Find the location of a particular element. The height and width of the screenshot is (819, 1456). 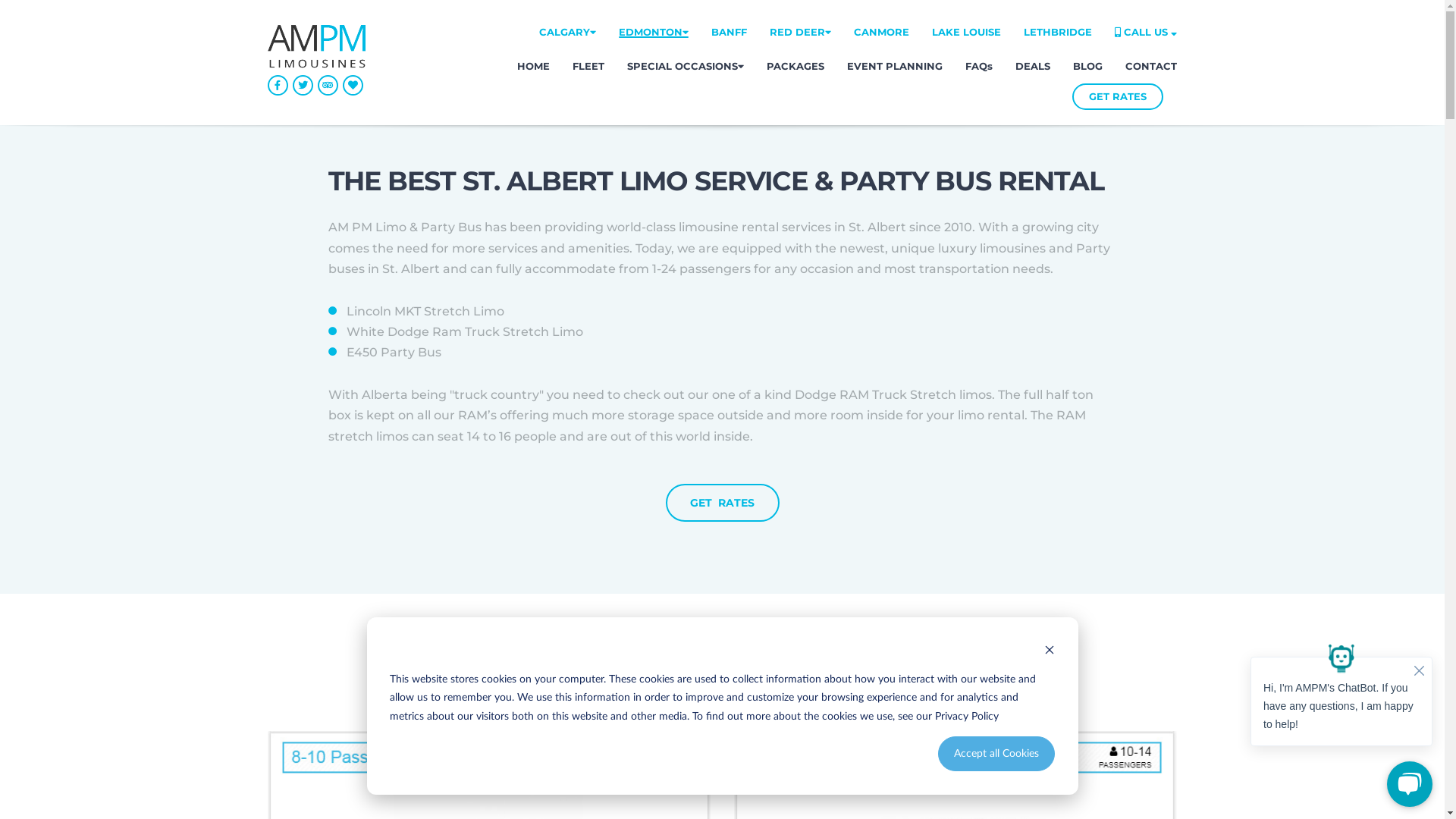

'logo-ampm' is located at coordinates (315, 45).